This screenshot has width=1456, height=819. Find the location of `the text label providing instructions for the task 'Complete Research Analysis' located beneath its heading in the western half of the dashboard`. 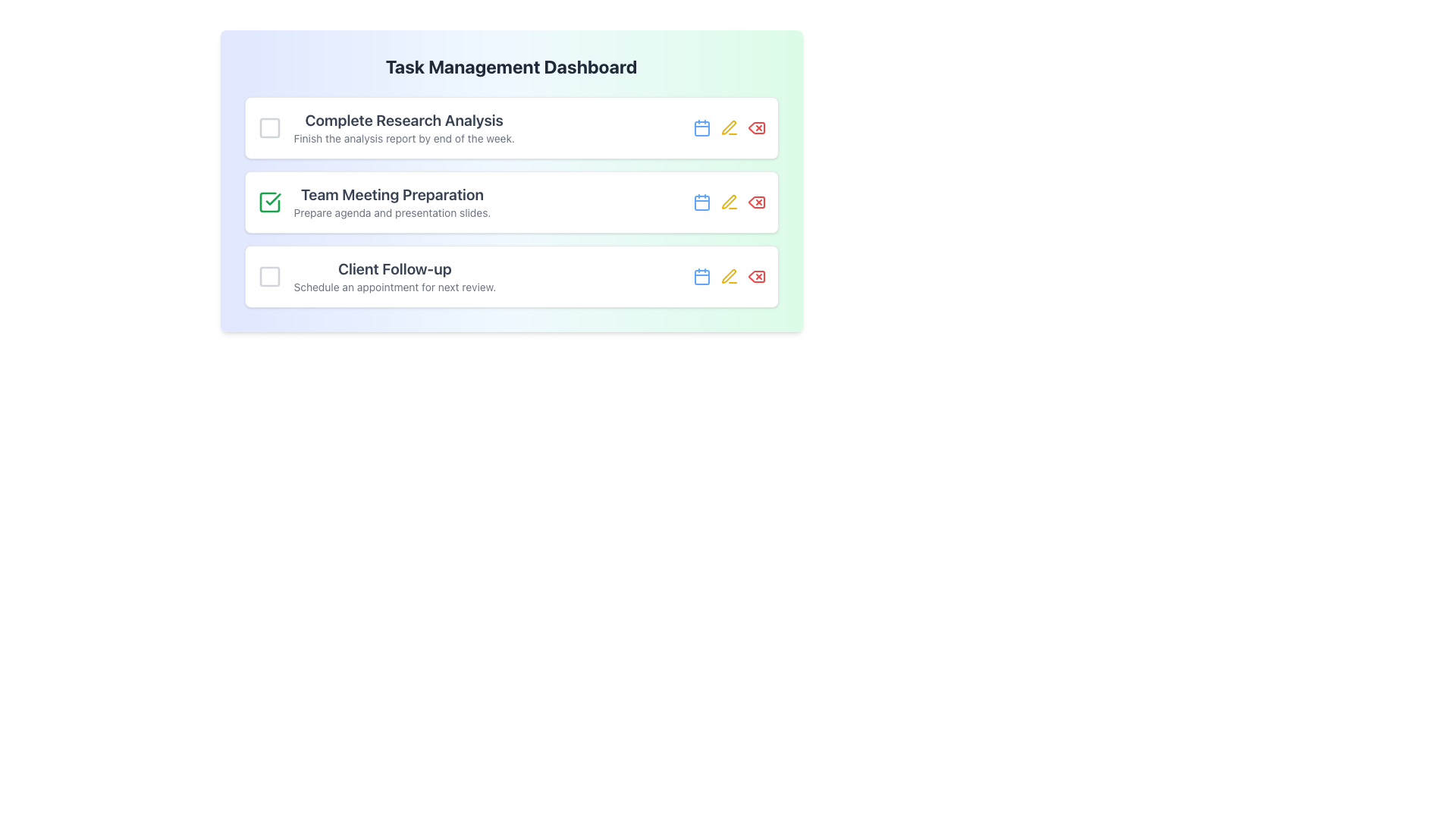

the text label providing instructions for the task 'Complete Research Analysis' located beneath its heading in the western half of the dashboard is located at coordinates (404, 138).